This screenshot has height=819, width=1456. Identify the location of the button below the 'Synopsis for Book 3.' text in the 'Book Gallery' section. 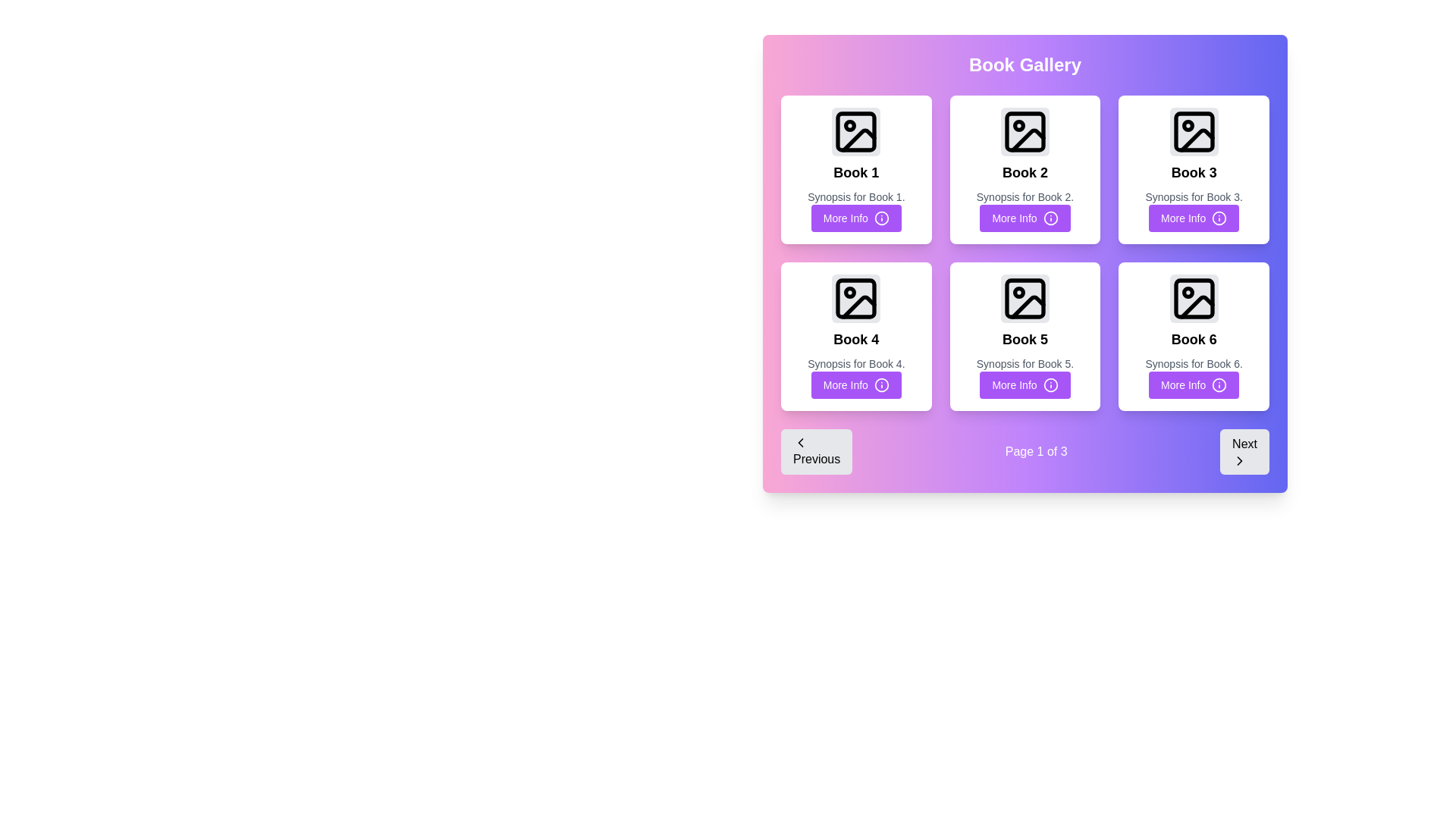
(1193, 218).